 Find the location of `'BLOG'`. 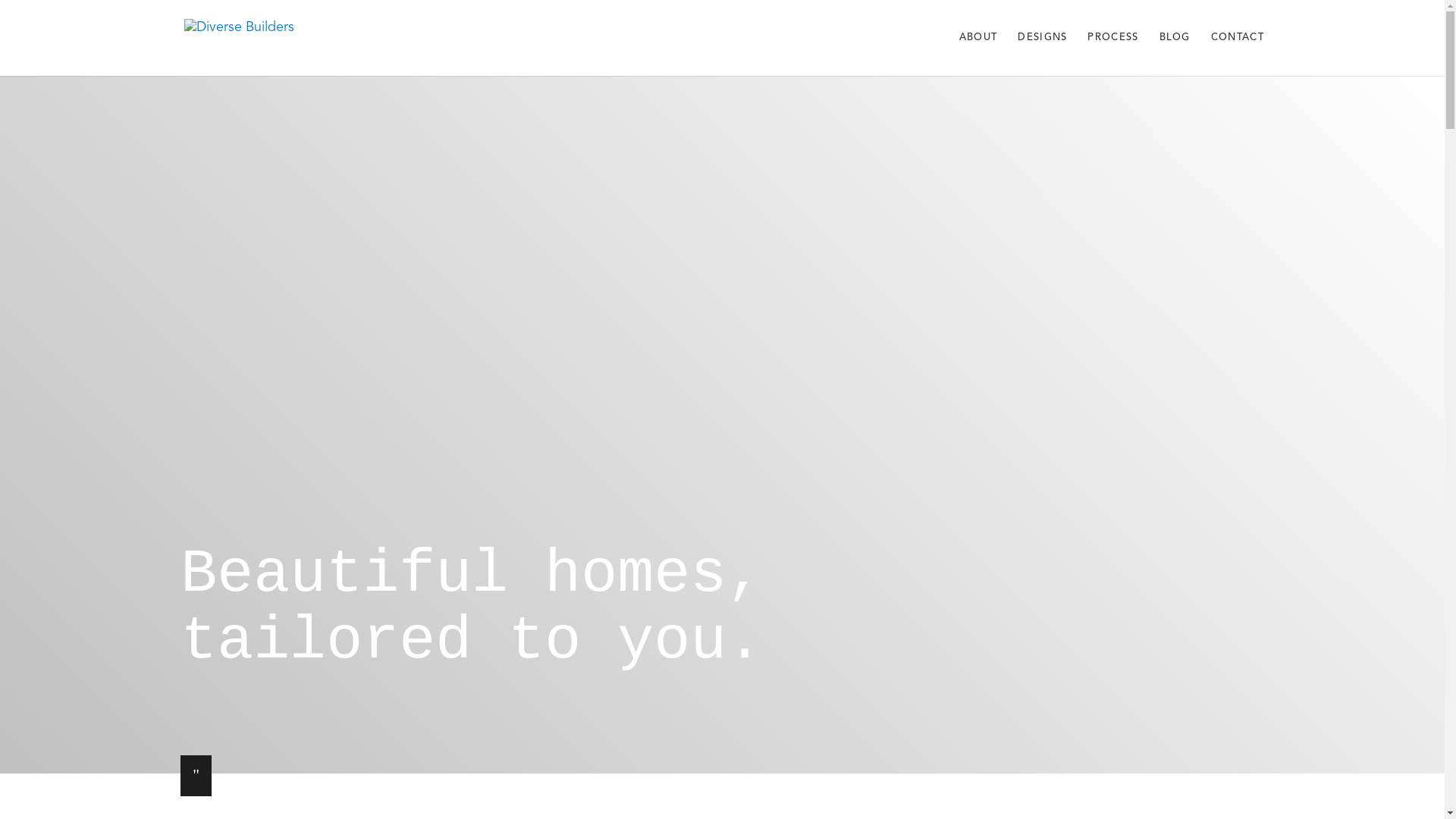

'BLOG' is located at coordinates (1174, 53).